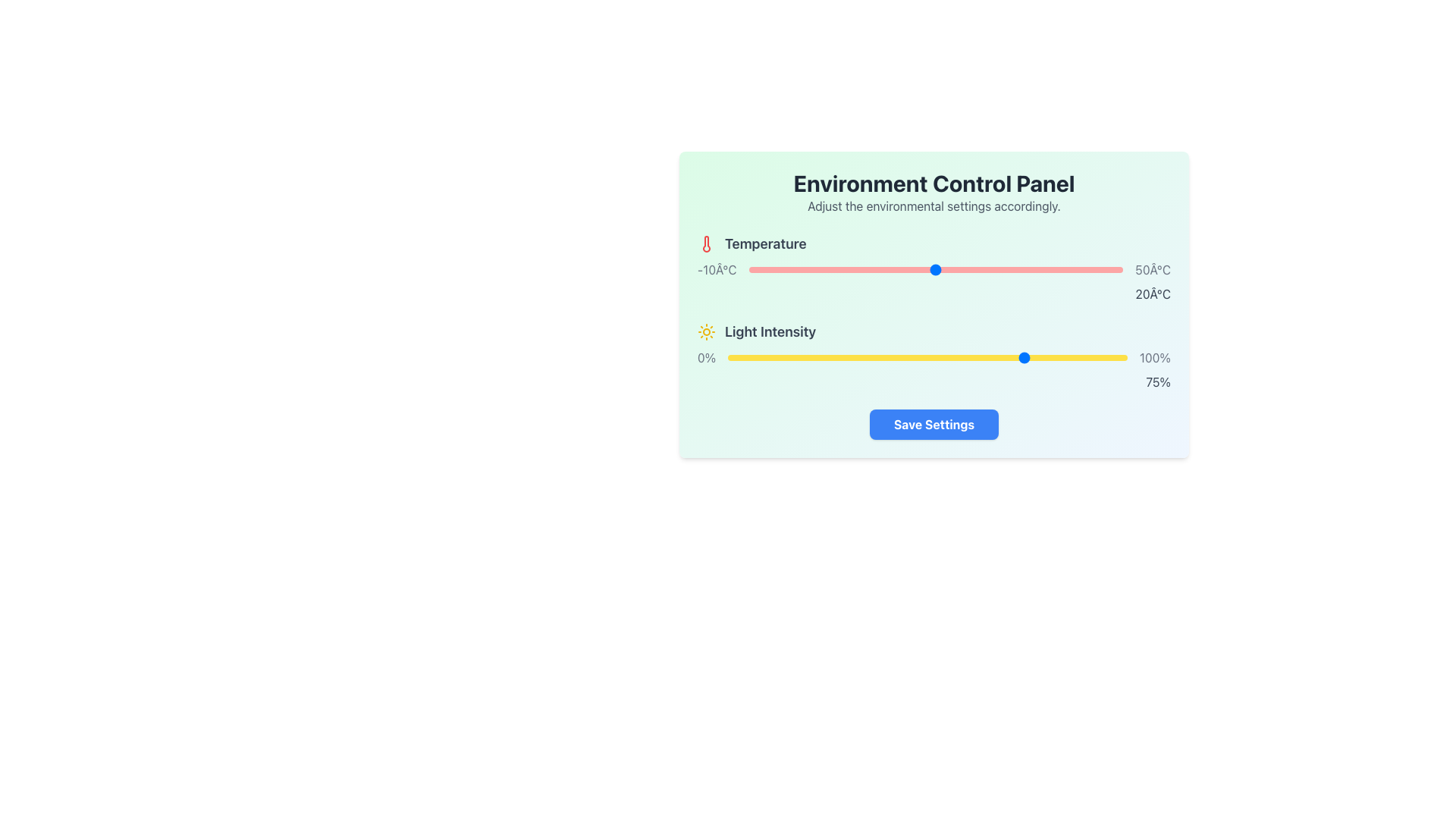  What do you see at coordinates (871, 357) in the screenshot?
I see `the light intensity` at bounding box center [871, 357].